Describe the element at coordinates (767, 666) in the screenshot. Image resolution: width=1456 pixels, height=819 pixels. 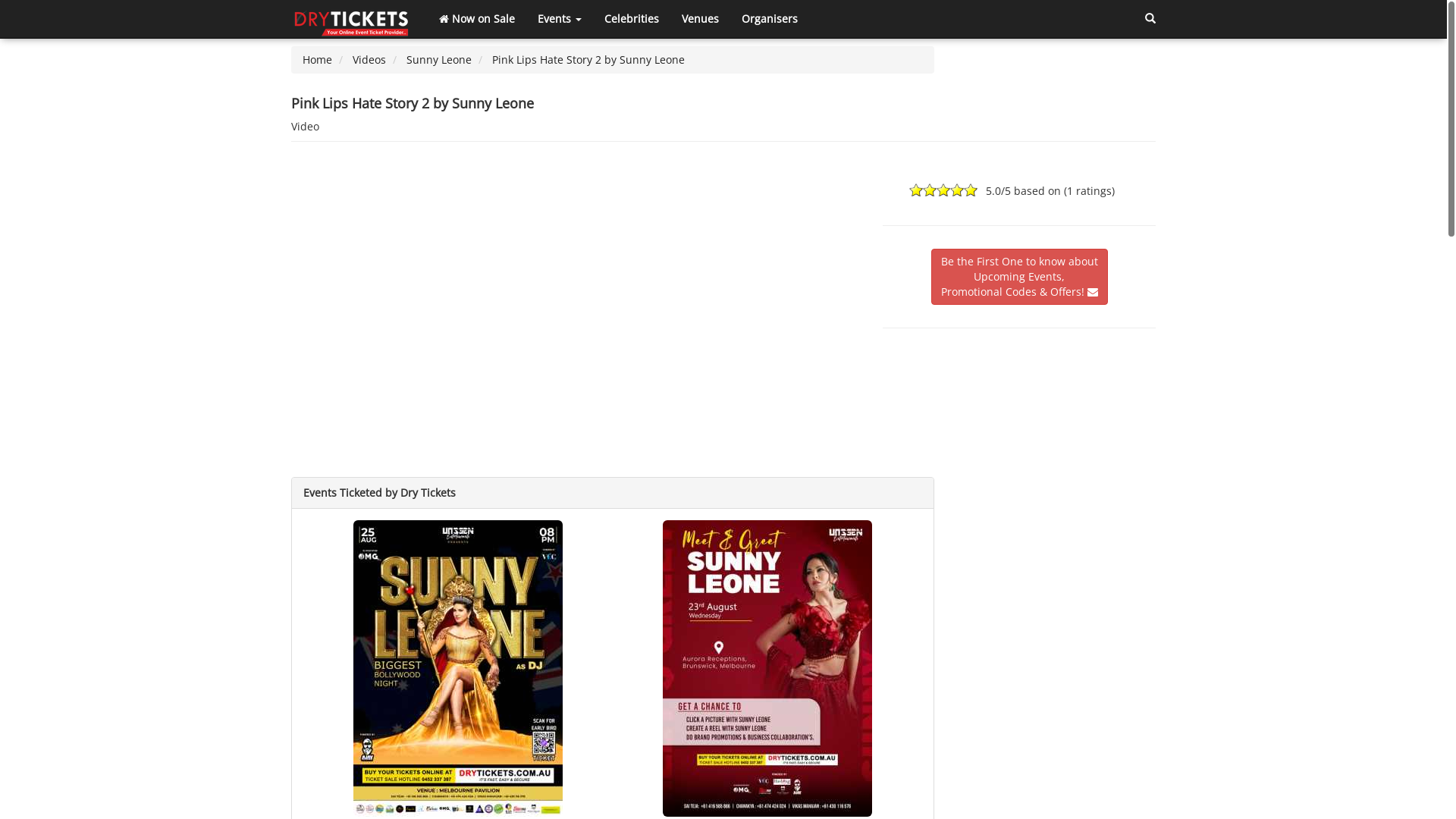
I see `'Meet & Greet - Sunny Leone Melbourne 2023'` at that location.